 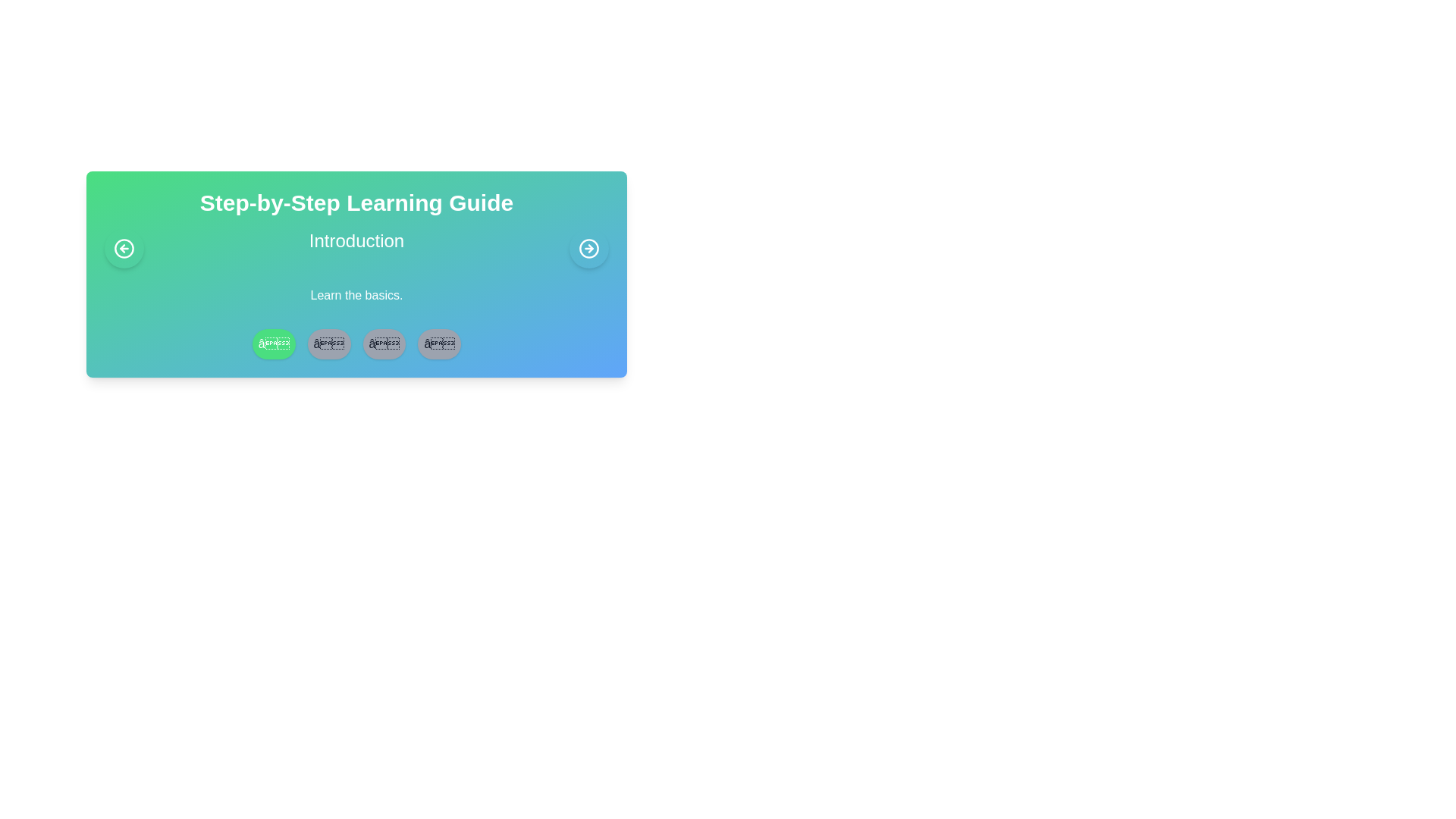 I want to click on the circular button that contains the left-facing arrow graphic, which indicates a 'go back' functionality, so click(x=122, y=247).